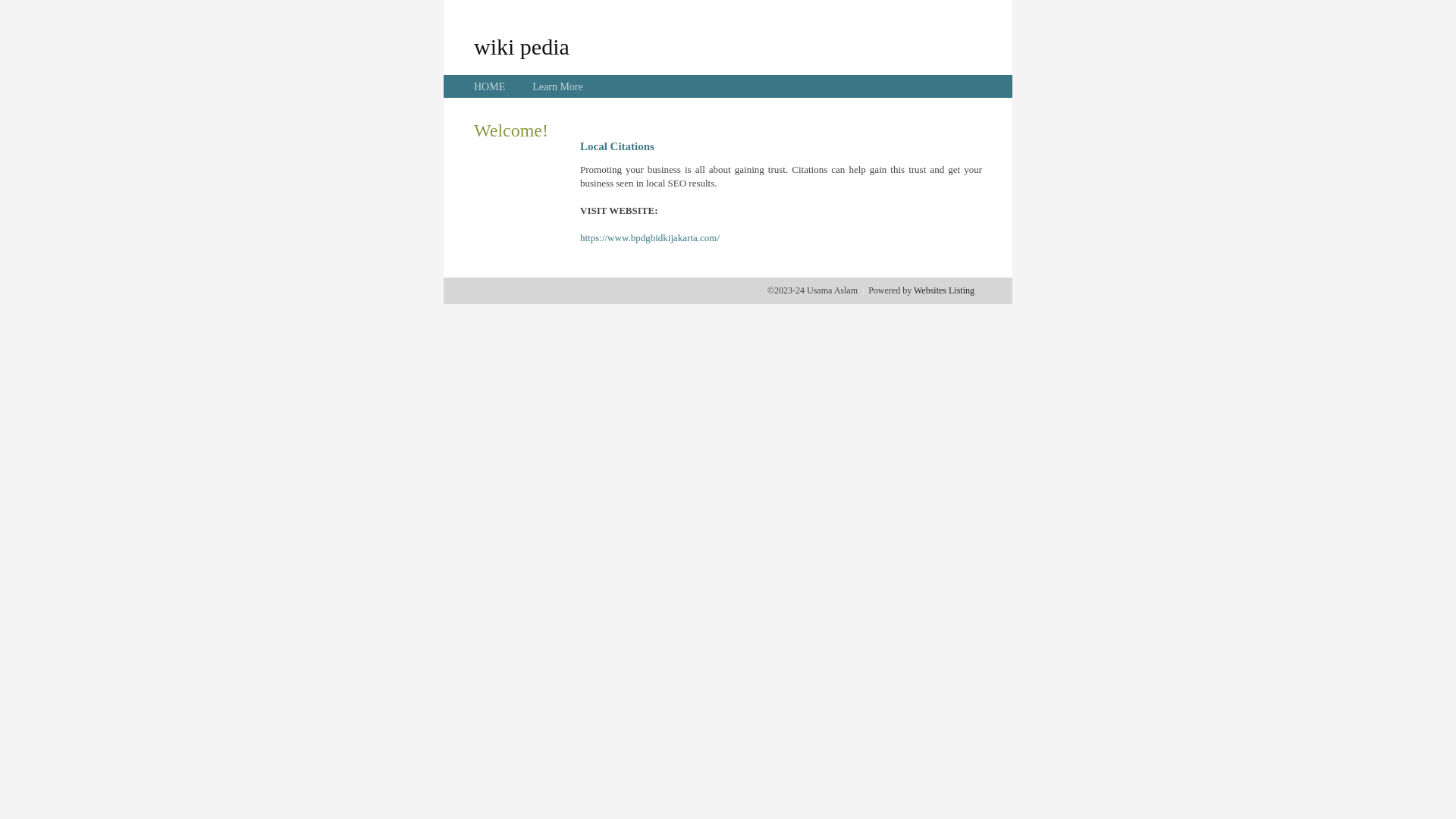 This screenshot has height=819, width=1456. What do you see at coordinates (521, 45) in the screenshot?
I see `'wiki pedia'` at bounding box center [521, 45].